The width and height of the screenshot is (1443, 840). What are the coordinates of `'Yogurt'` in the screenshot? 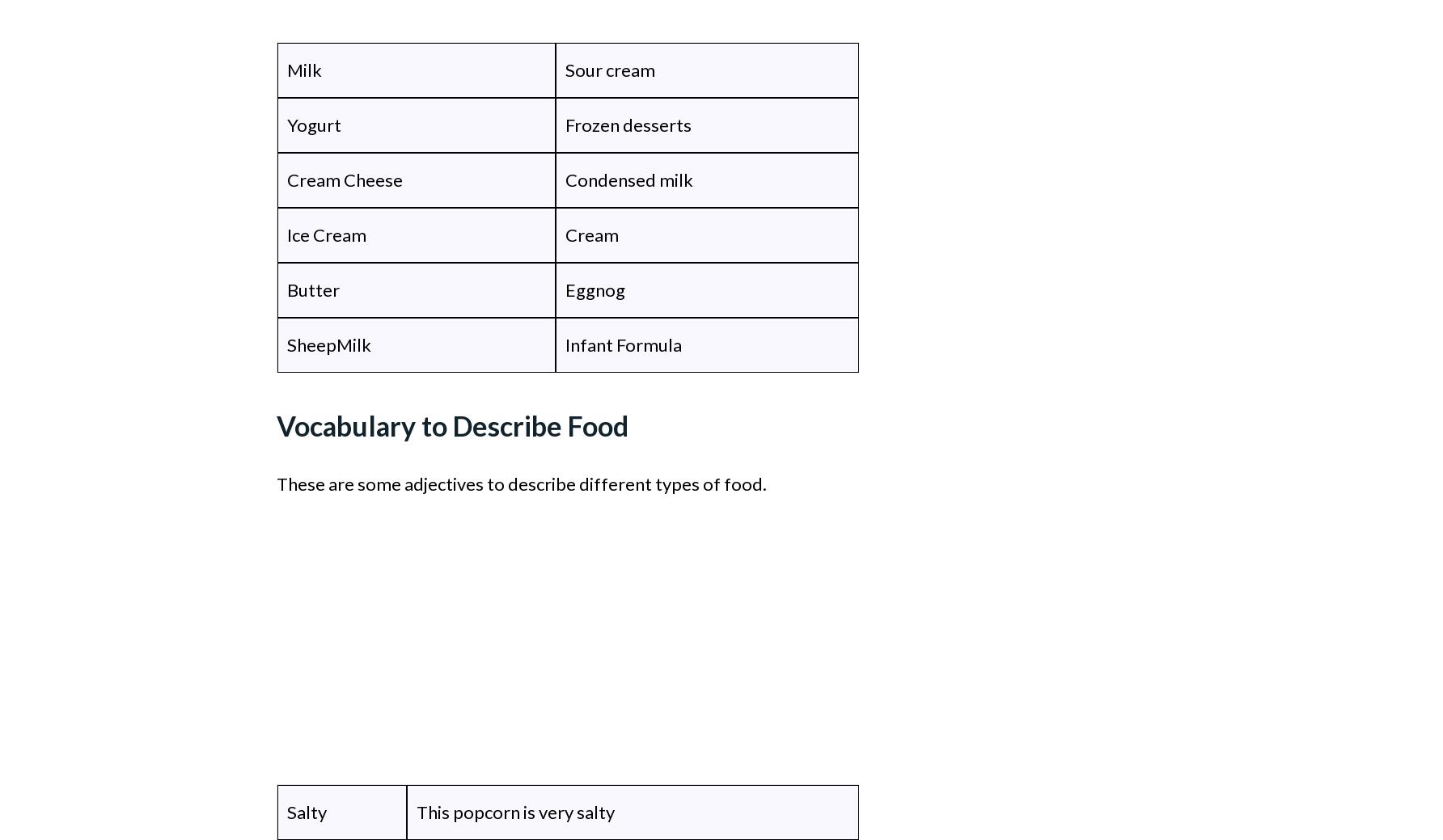 It's located at (313, 124).